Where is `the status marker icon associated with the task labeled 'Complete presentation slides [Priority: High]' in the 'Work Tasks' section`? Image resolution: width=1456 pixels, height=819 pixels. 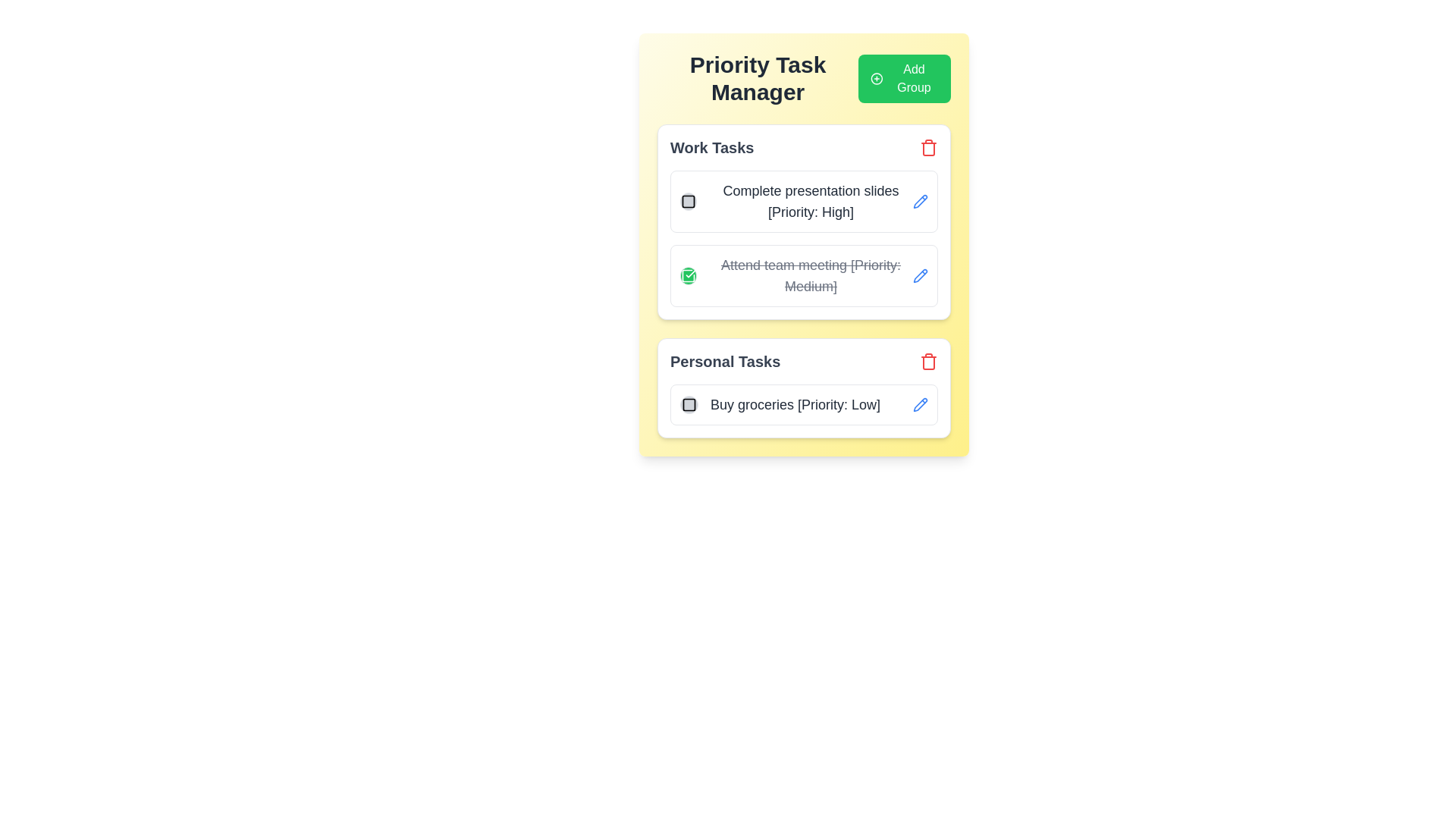
the status marker icon associated with the task labeled 'Complete presentation slides [Priority: High]' in the 'Work Tasks' section is located at coordinates (687, 201).